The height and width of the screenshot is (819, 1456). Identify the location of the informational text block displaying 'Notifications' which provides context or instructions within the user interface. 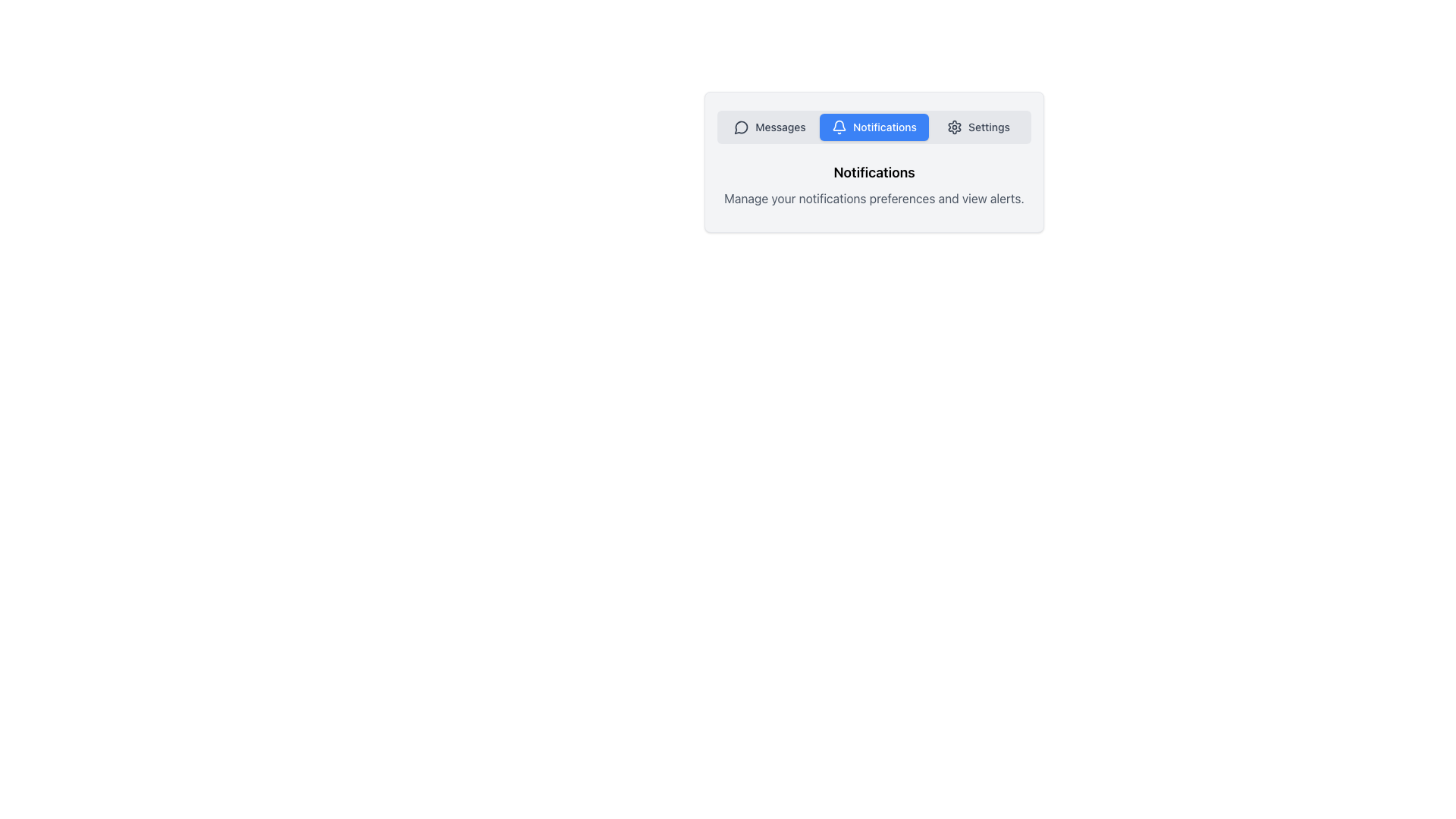
(874, 184).